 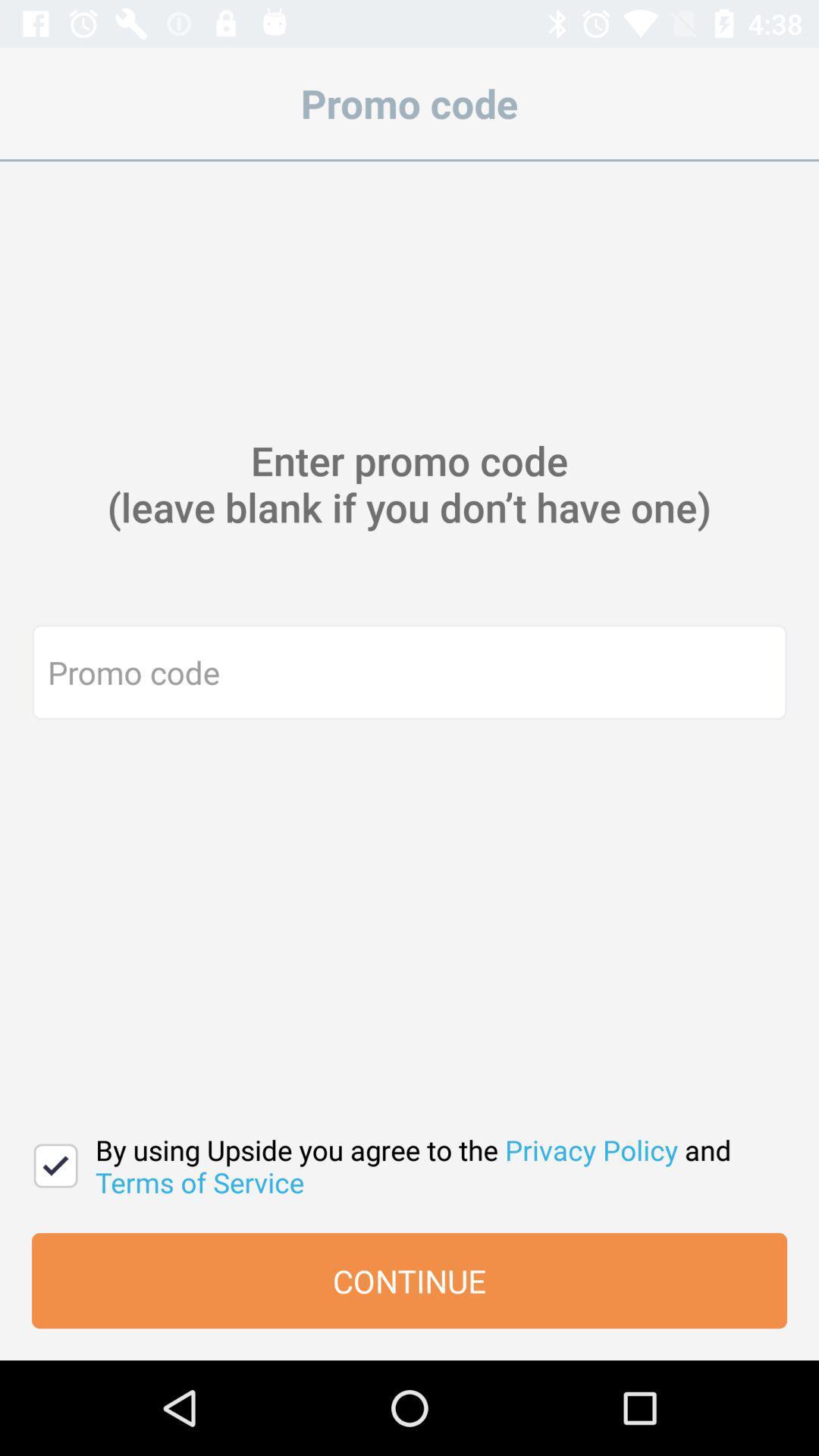 What do you see at coordinates (55, 1165) in the screenshot?
I see `the item to the left of by using upside item` at bounding box center [55, 1165].